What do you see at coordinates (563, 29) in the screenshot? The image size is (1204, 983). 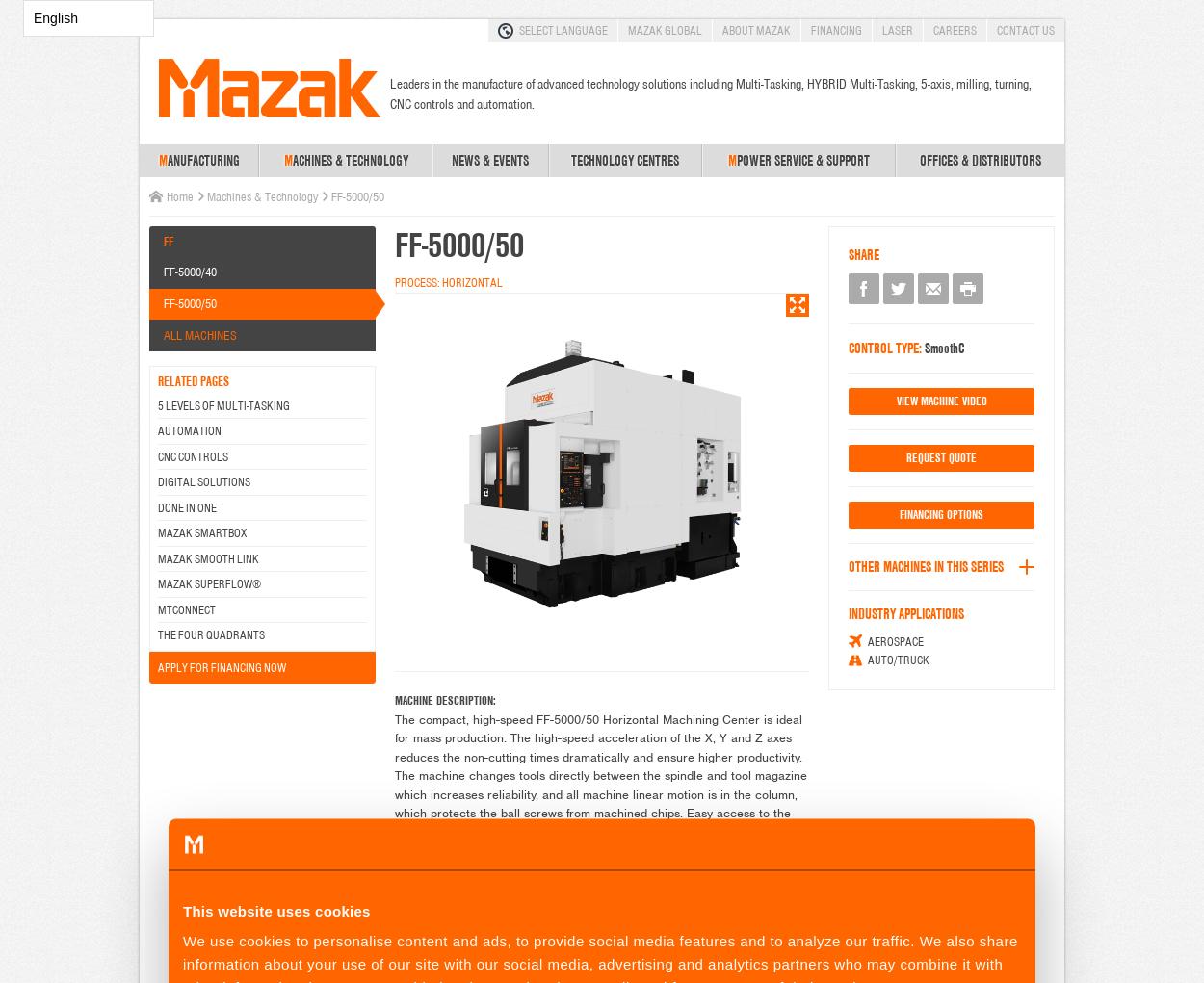 I see `'Select Language'` at bounding box center [563, 29].